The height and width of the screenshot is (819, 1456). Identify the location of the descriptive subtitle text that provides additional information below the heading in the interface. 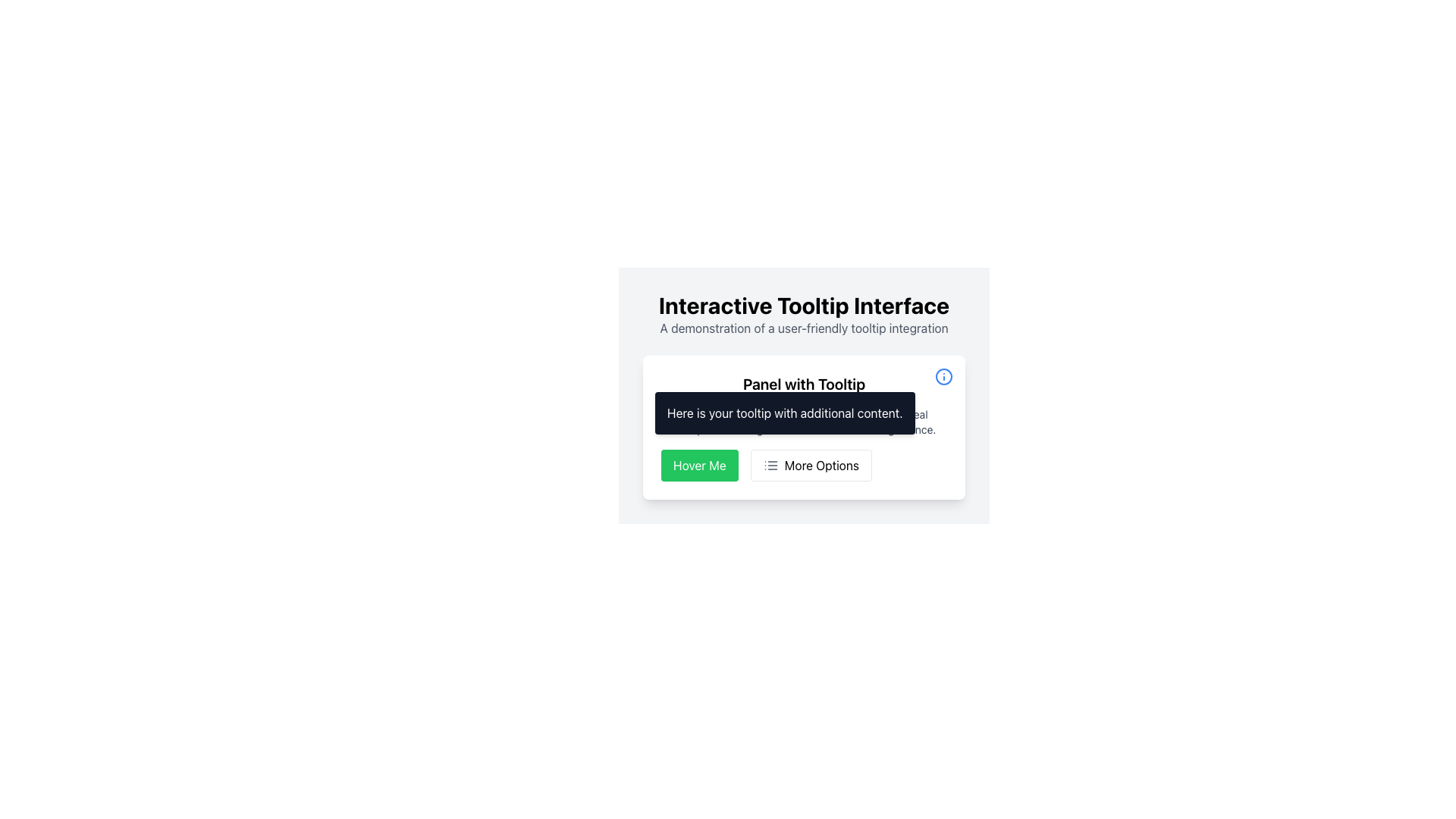
(803, 327).